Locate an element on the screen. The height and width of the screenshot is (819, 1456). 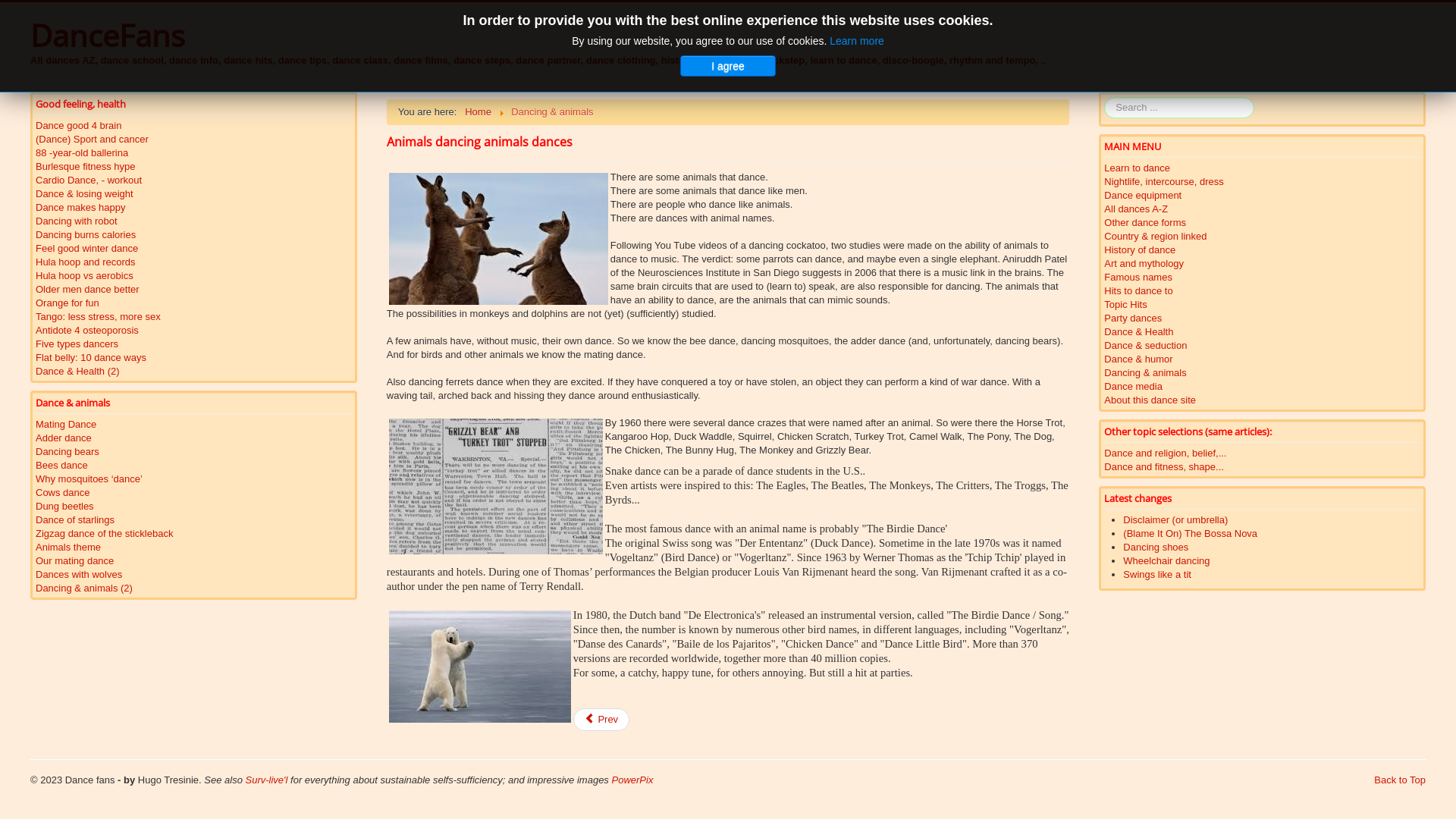
'Hits to dance to' is located at coordinates (1103, 291).